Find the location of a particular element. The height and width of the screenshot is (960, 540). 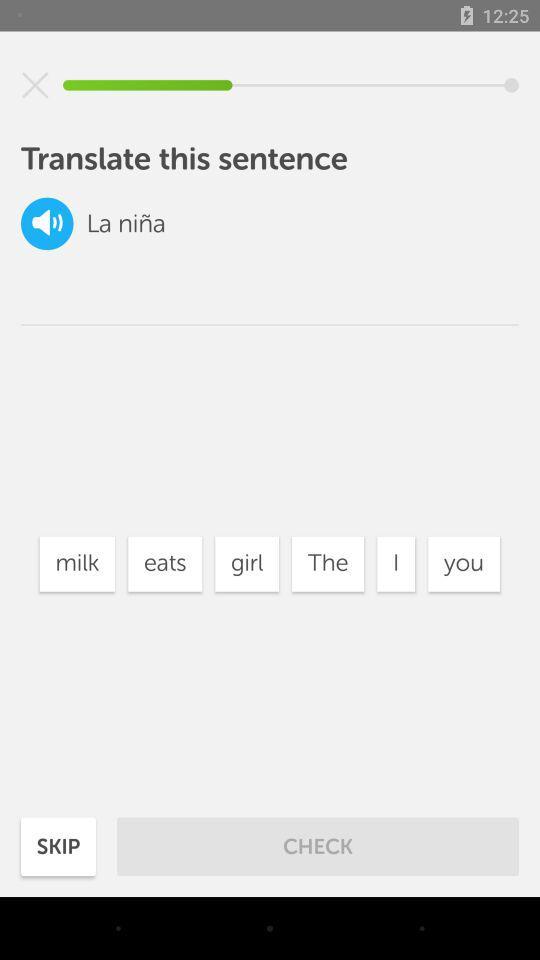

item to the left of you is located at coordinates (396, 564).